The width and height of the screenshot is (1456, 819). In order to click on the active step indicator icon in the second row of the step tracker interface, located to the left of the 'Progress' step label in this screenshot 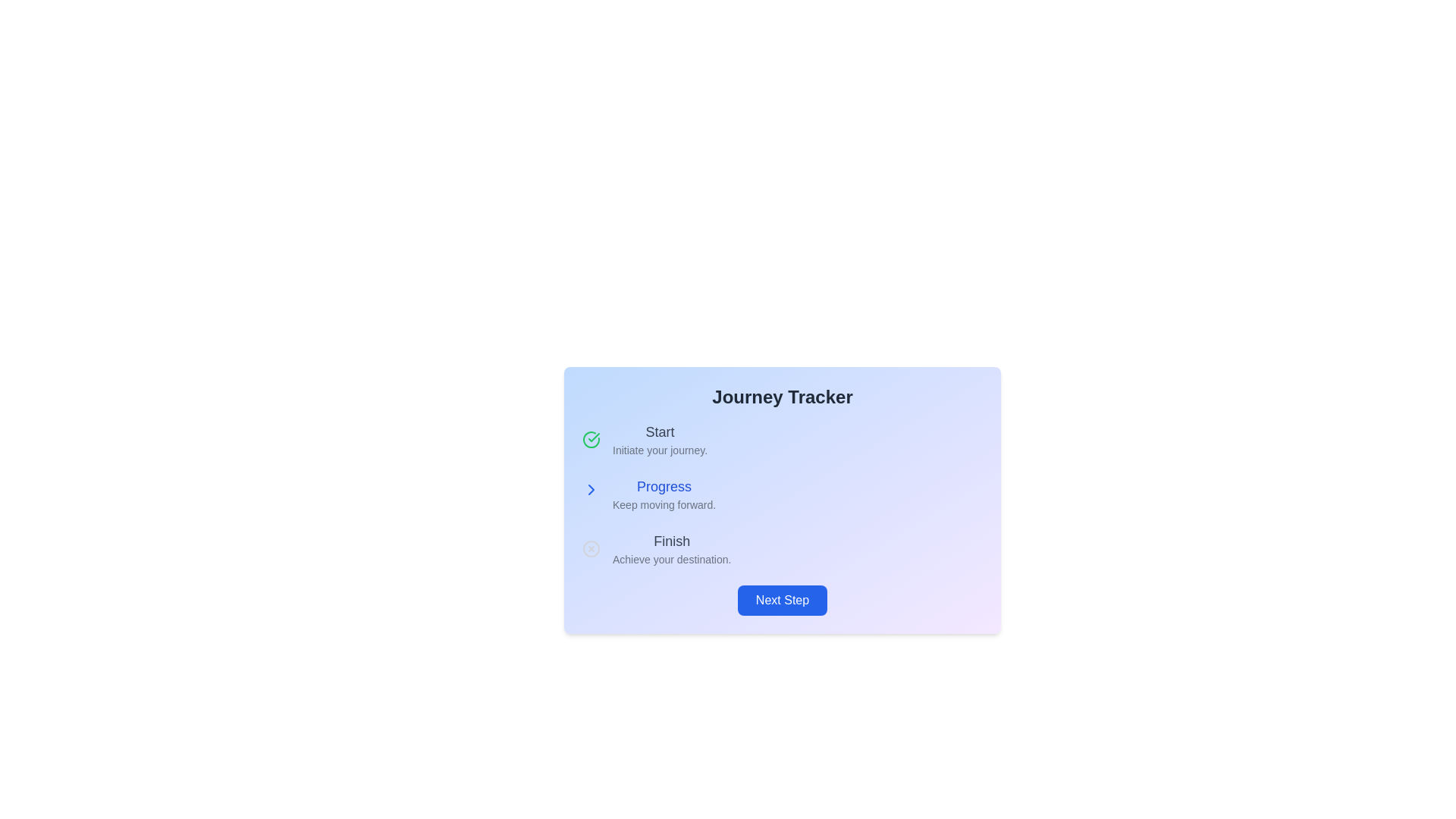, I will do `click(590, 493)`.